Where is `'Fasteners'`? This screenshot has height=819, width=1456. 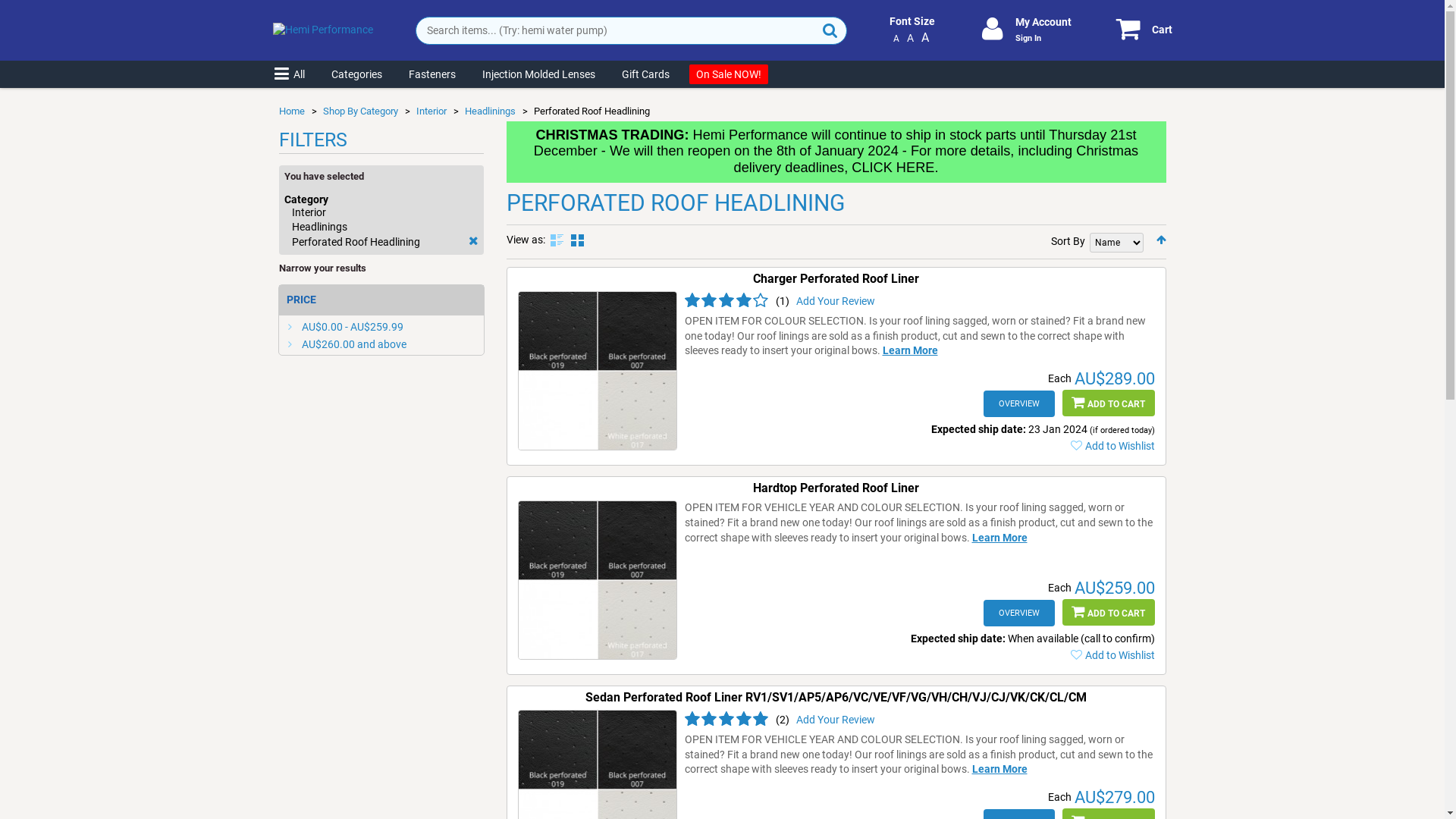
'Fasteners' is located at coordinates (431, 74).